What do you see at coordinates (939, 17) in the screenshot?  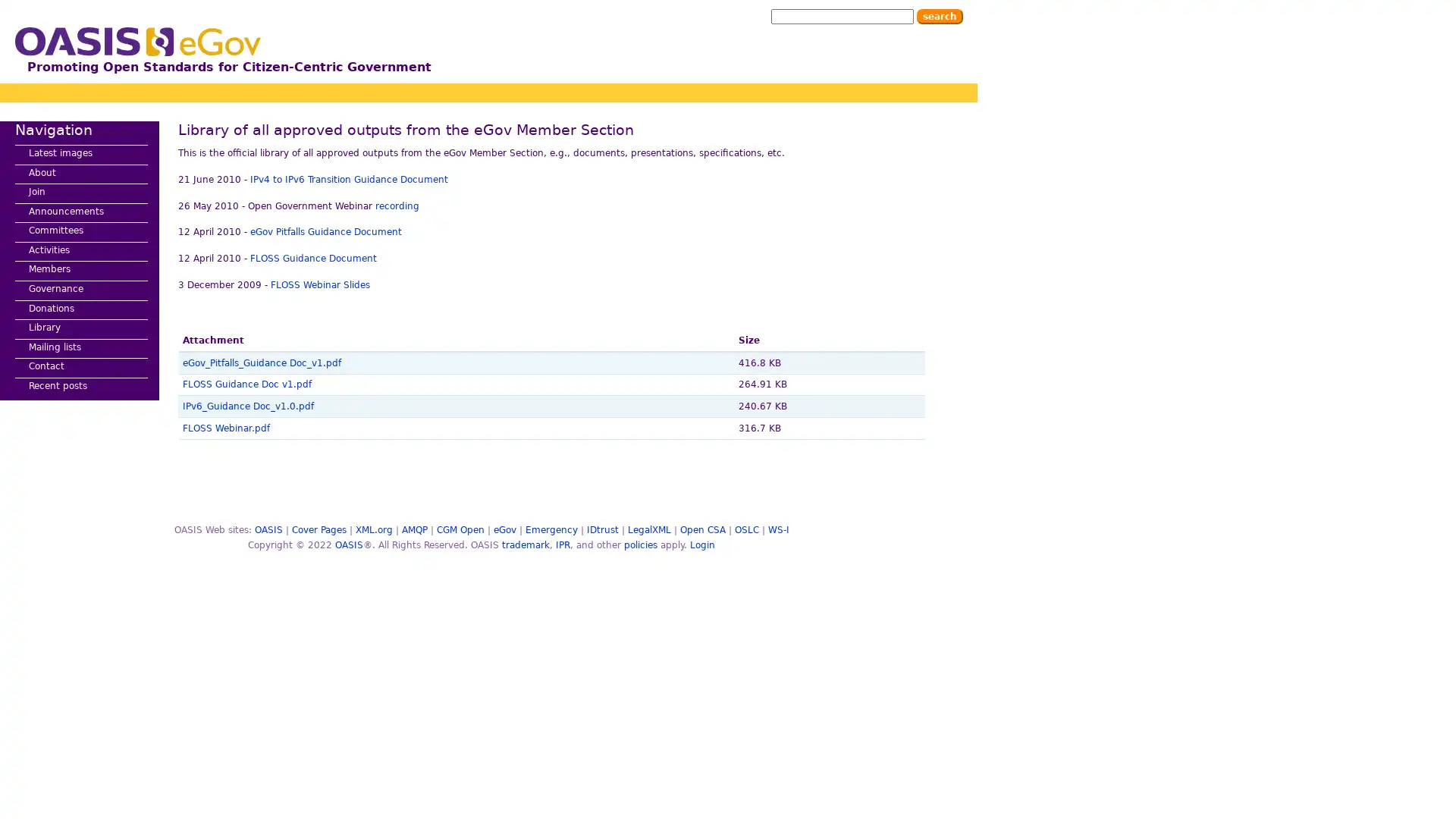 I see `Search` at bounding box center [939, 17].